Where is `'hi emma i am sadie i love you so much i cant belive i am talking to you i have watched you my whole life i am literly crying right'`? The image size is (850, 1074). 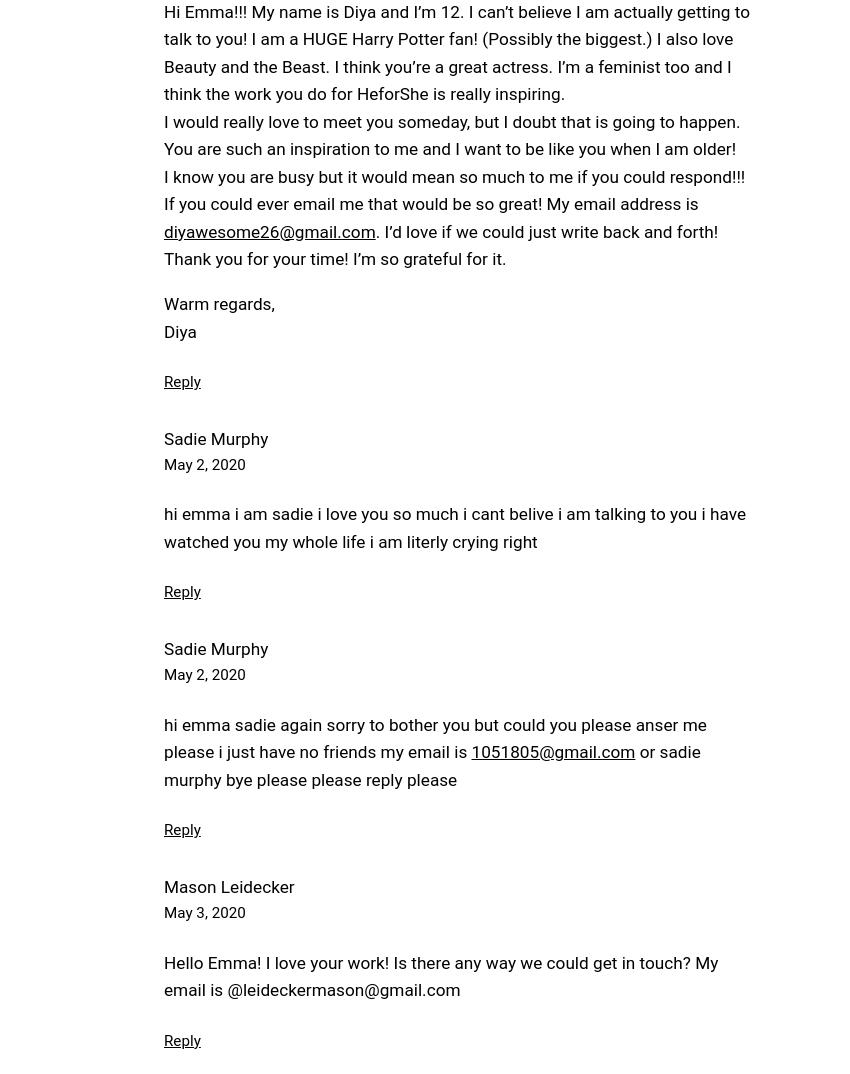 'hi emma i am sadie i love you so much i cant belive i am talking to you i have watched you my whole life i am literly crying right' is located at coordinates (454, 527).